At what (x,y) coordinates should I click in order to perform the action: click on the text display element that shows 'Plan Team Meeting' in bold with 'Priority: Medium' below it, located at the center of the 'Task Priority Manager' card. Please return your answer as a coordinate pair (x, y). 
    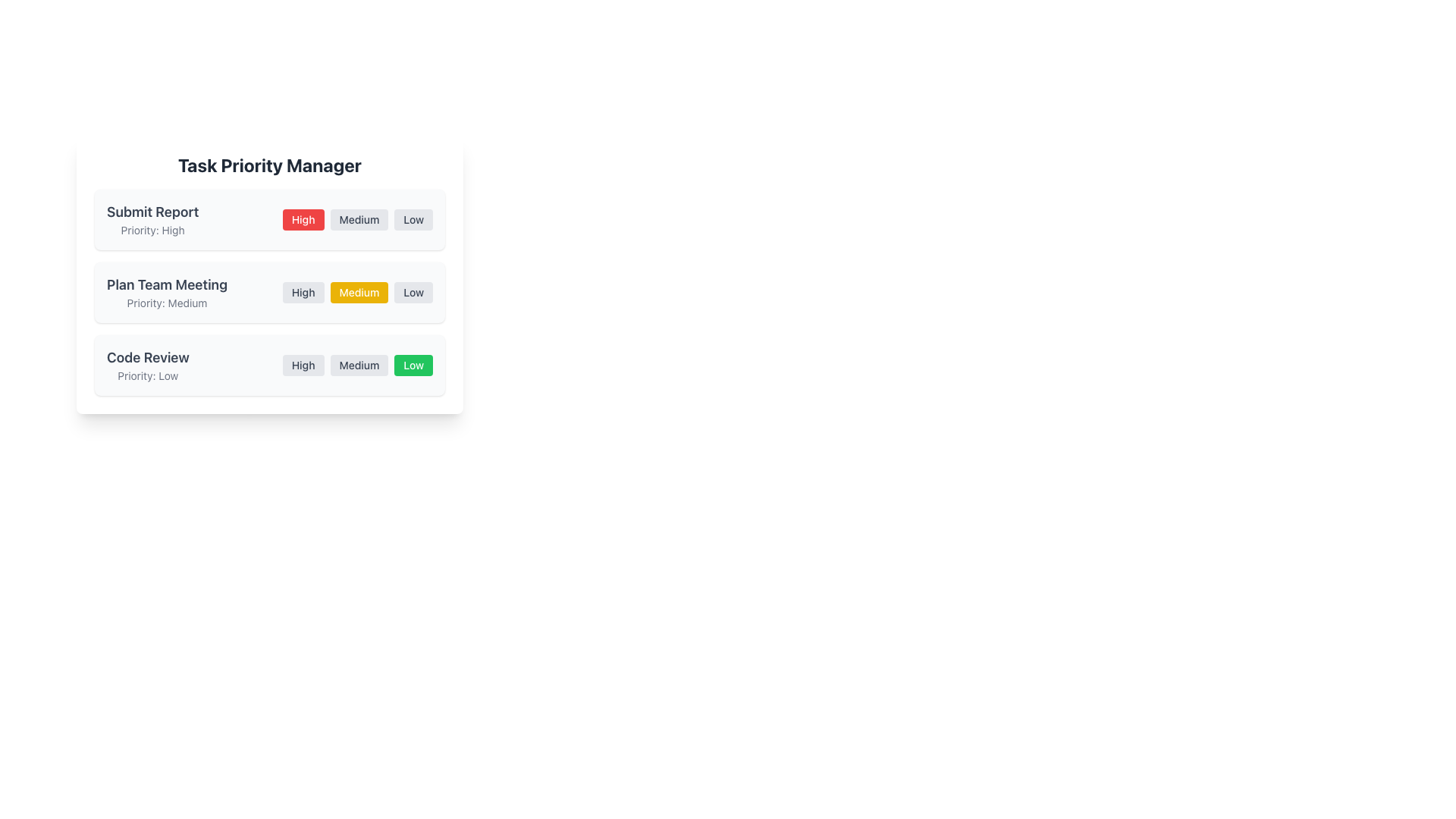
    Looking at the image, I should click on (167, 292).